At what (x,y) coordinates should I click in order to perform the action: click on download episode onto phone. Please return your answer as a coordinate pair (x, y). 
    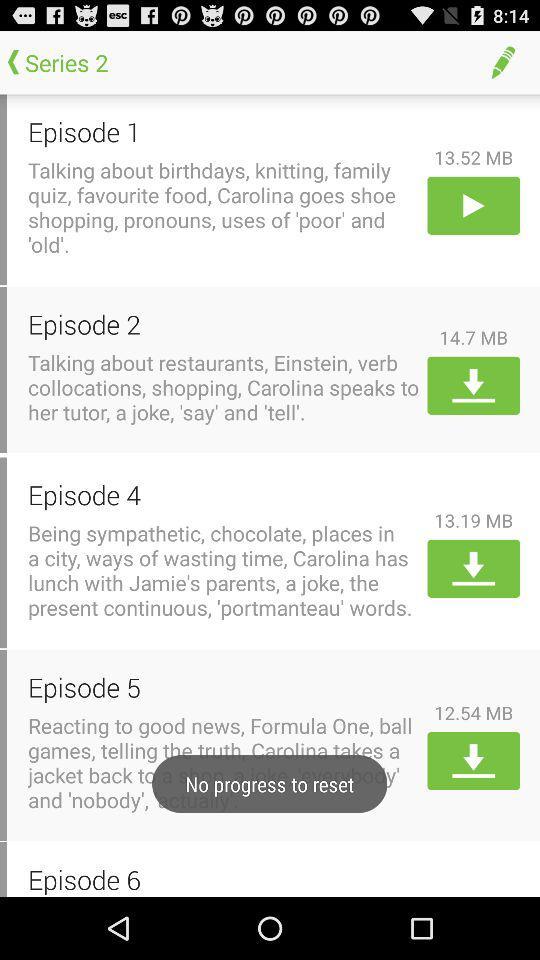
    Looking at the image, I should click on (472, 384).